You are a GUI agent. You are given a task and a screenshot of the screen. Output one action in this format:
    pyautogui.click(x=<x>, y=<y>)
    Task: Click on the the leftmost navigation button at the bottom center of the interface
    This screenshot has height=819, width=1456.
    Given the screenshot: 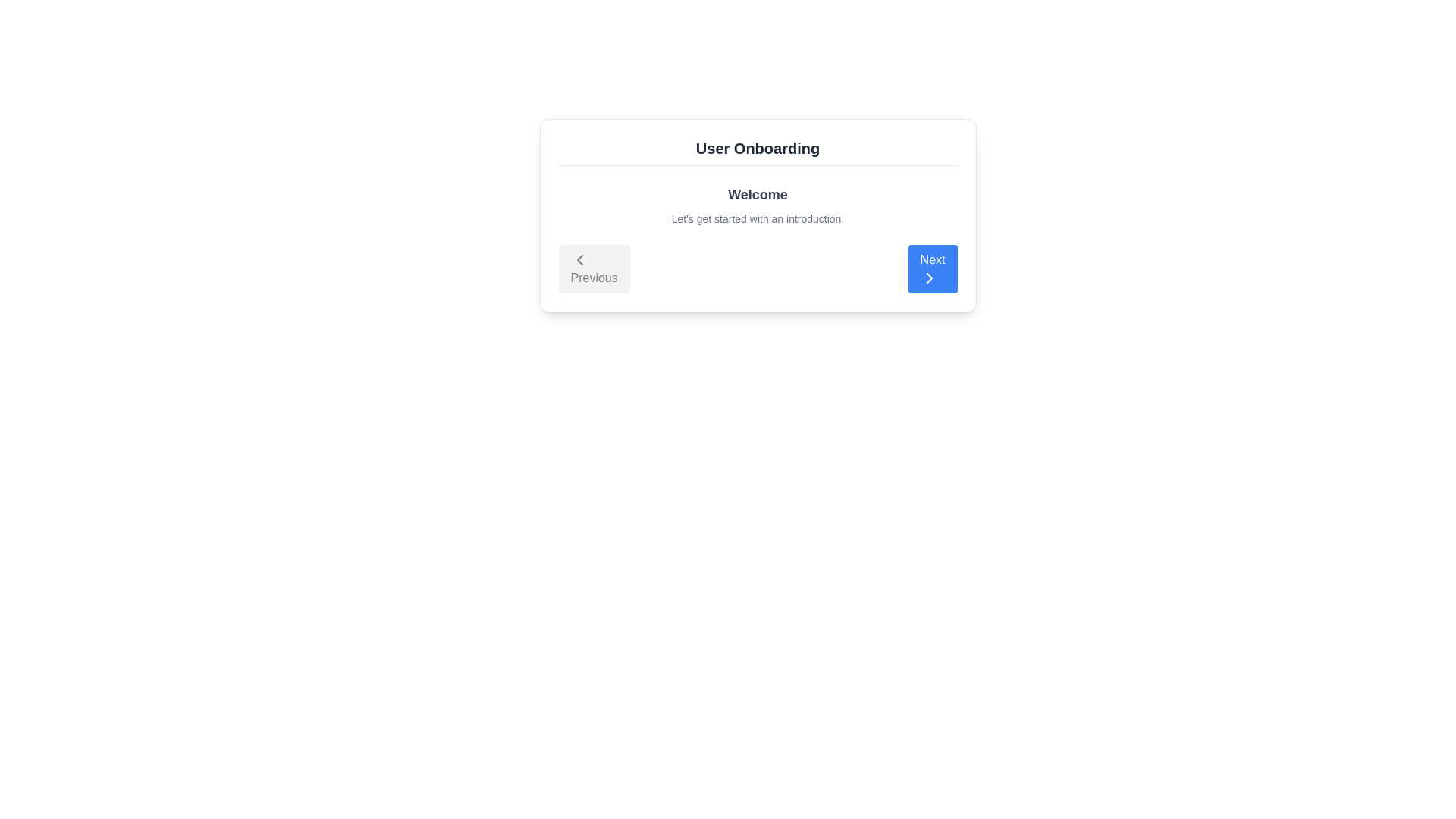 What is the action you would take?
    pyautogui.click(x=593, y=268)
    